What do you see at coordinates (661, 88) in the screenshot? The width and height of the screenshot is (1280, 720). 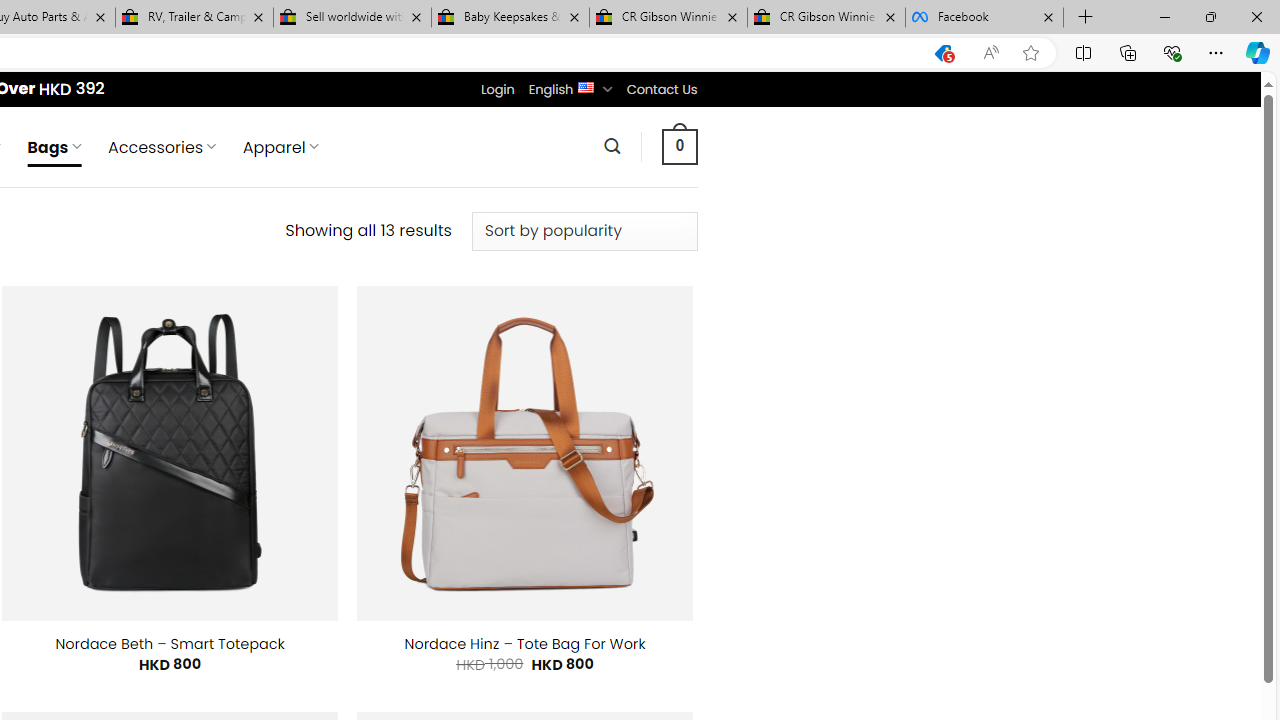 I see `'Contact Us'` at bounding box center [661, 88].